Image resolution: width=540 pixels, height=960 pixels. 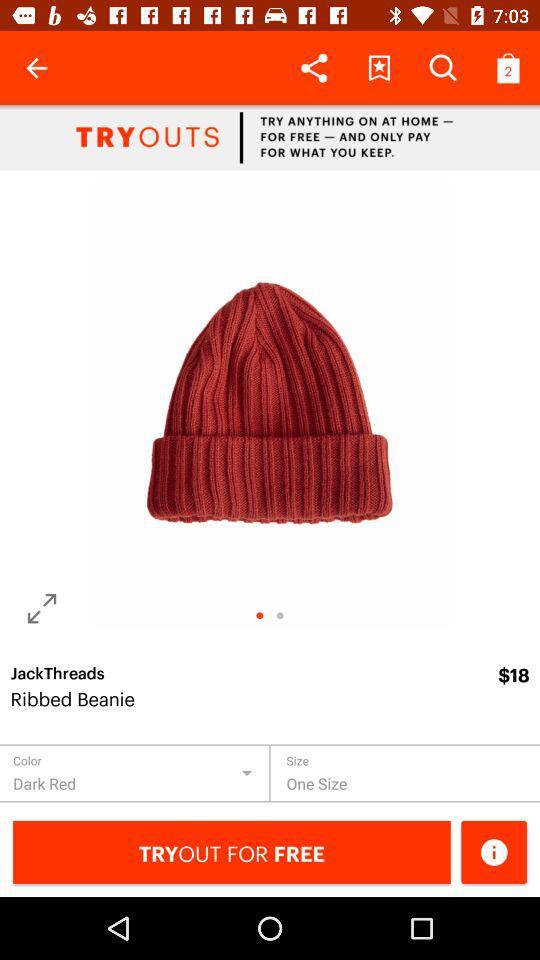 I want to click on see additional information about this product, so click(x=493, y=851).